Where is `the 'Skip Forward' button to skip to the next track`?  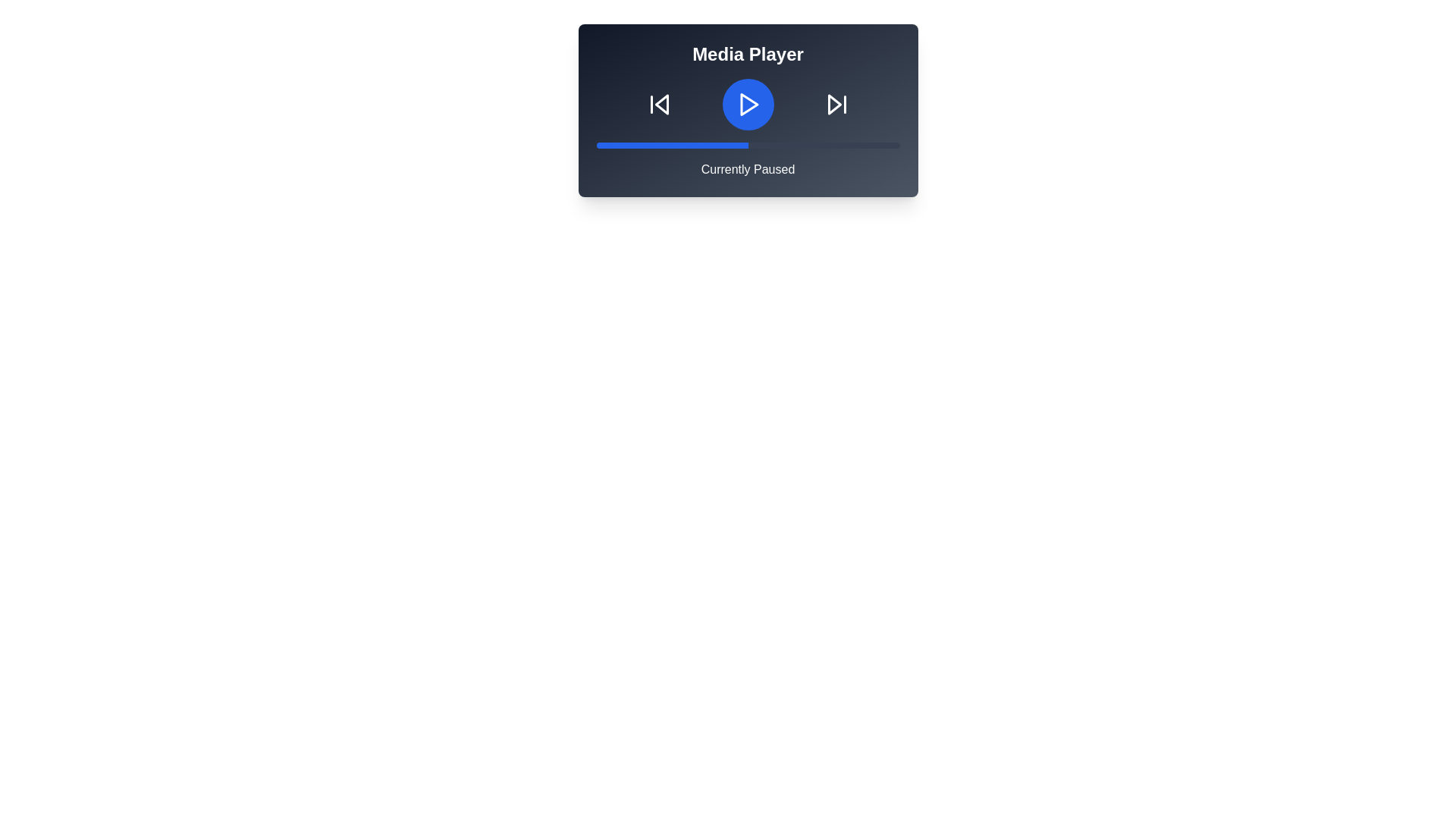 the 'Skip Forward' button to skip to the next track is located at coordinates (836, 104).